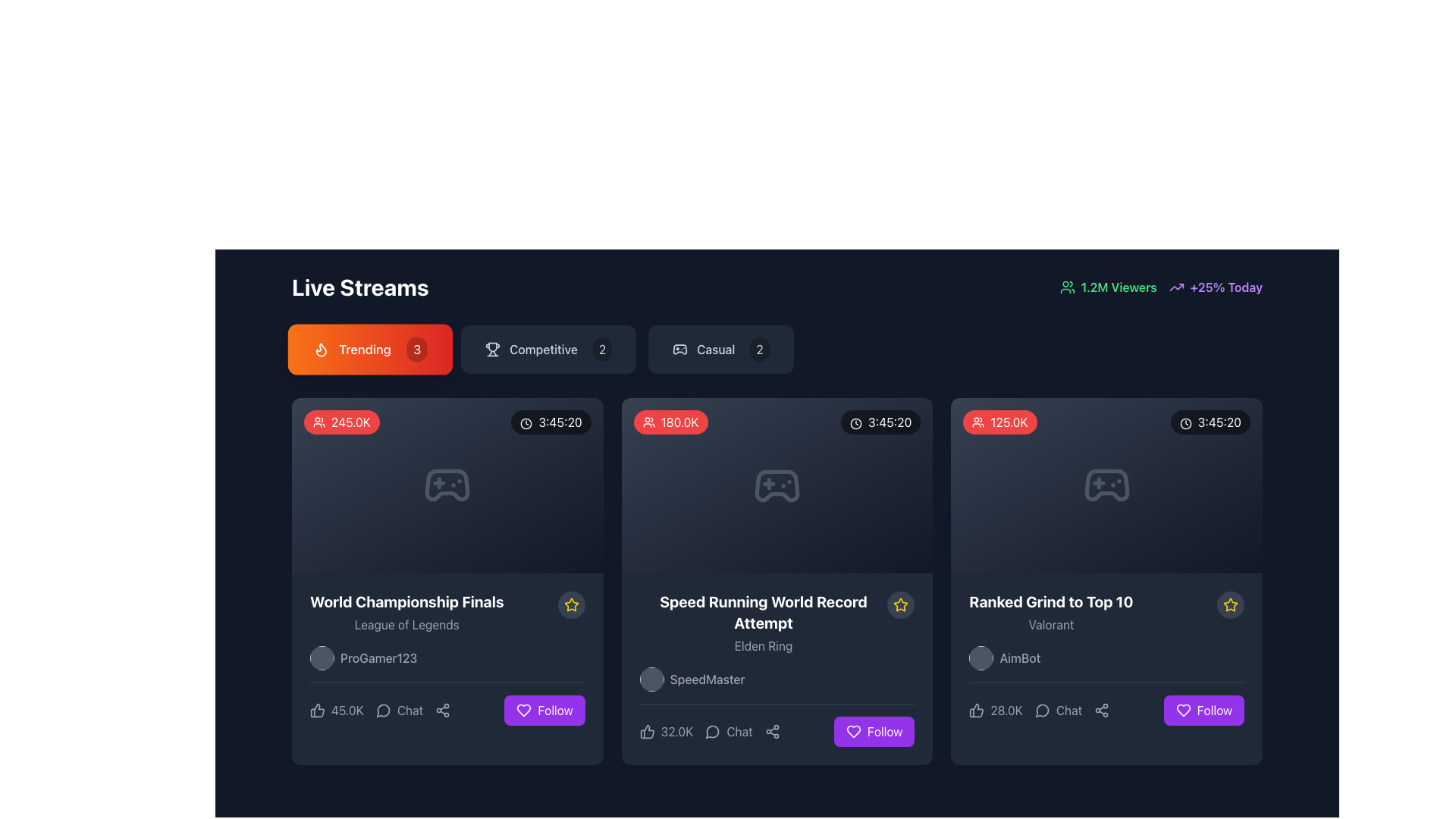  I want to click on the 'Trending' button, which is a horizontally elongated rectangular button with a gradient background from orange to red, containing a flame icon, the text 'Trending' in white, and a circular badge with the number '3'. This button is located under the 'Live Streams' header, positioned as the first button in a row of similar buttons, so click(370, 350).